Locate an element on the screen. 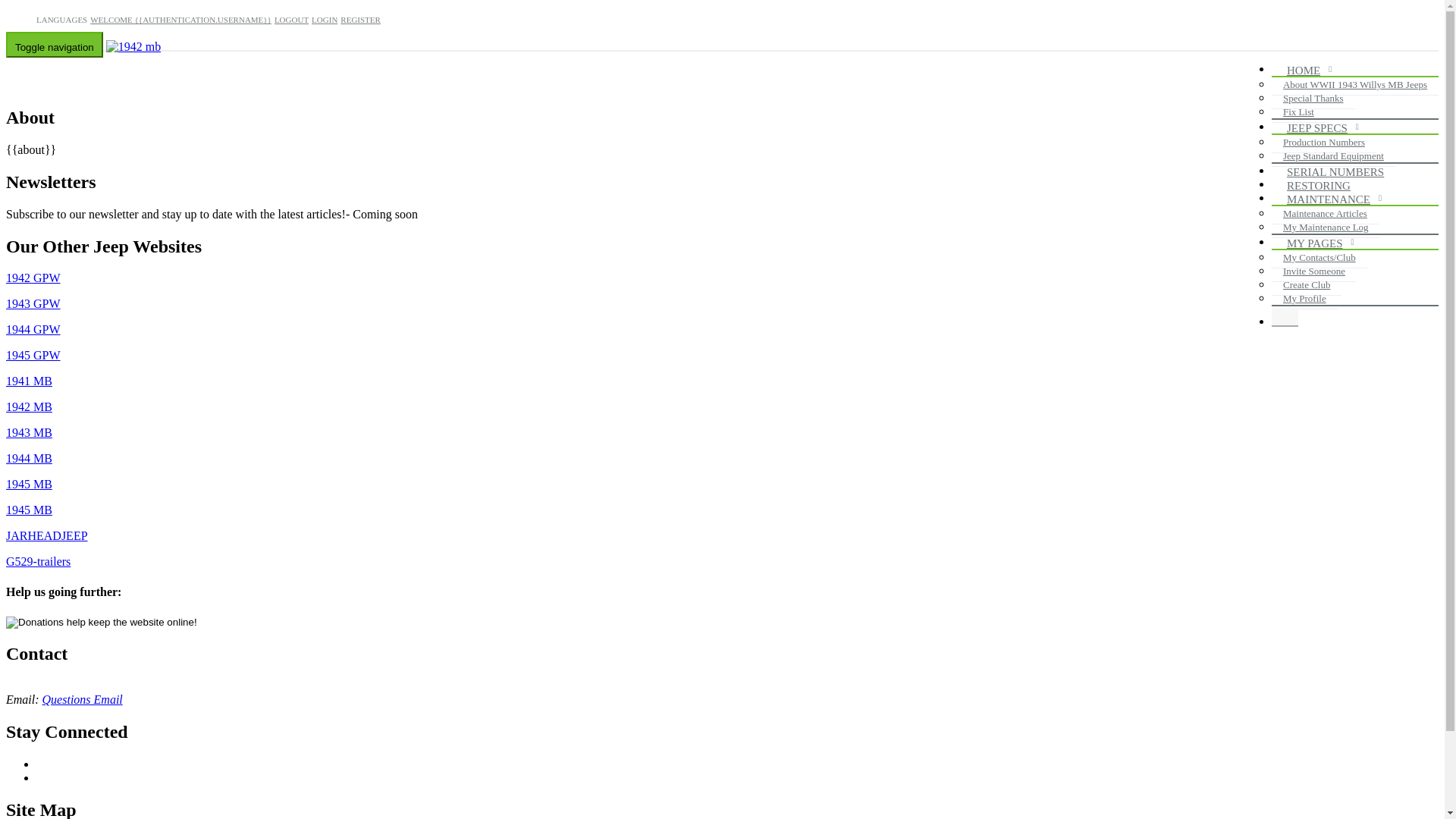 The image size is (1456, 819). 'Jeep Standard Equipment' is located at coordinates (1332, 155).